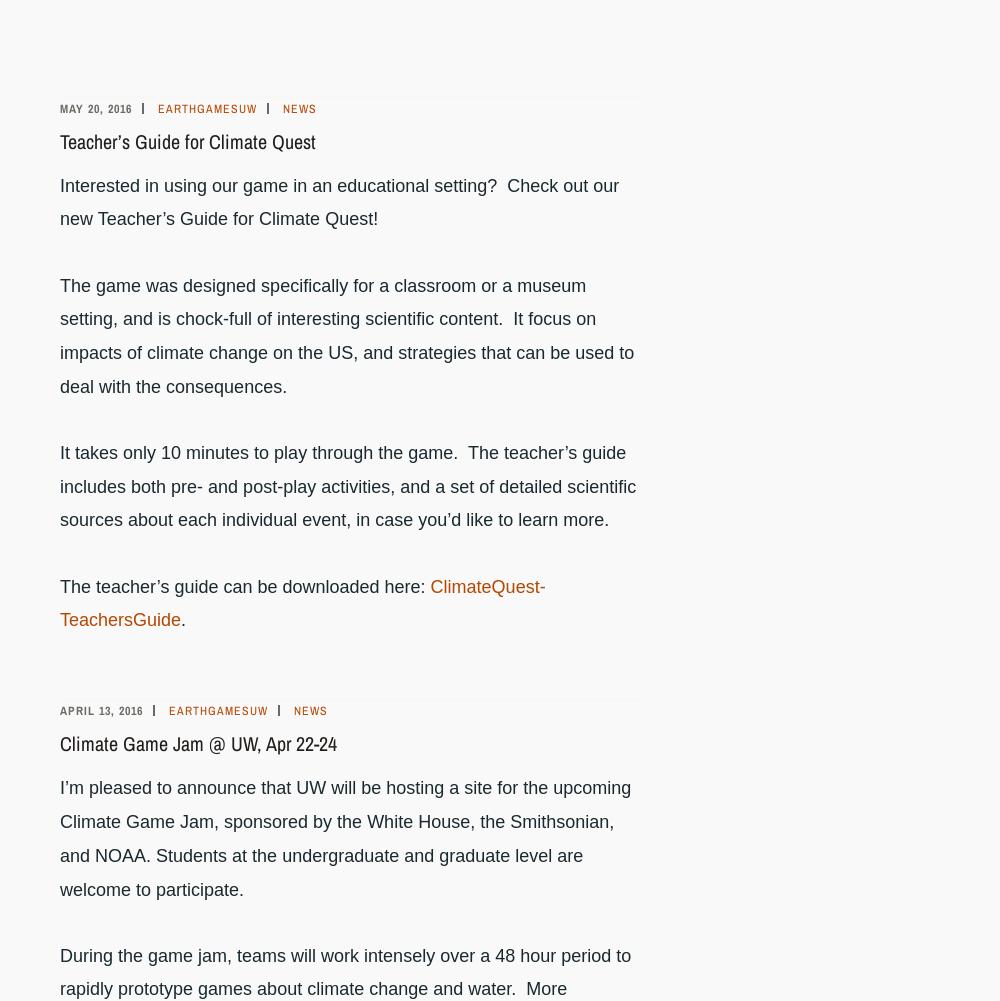 The height and width of the screenshot is (1001, 1000). Describe the element at coordinates (302, 603) in the screenshot. I see `'ClimateQuest-TeachersGuide'` at that location.